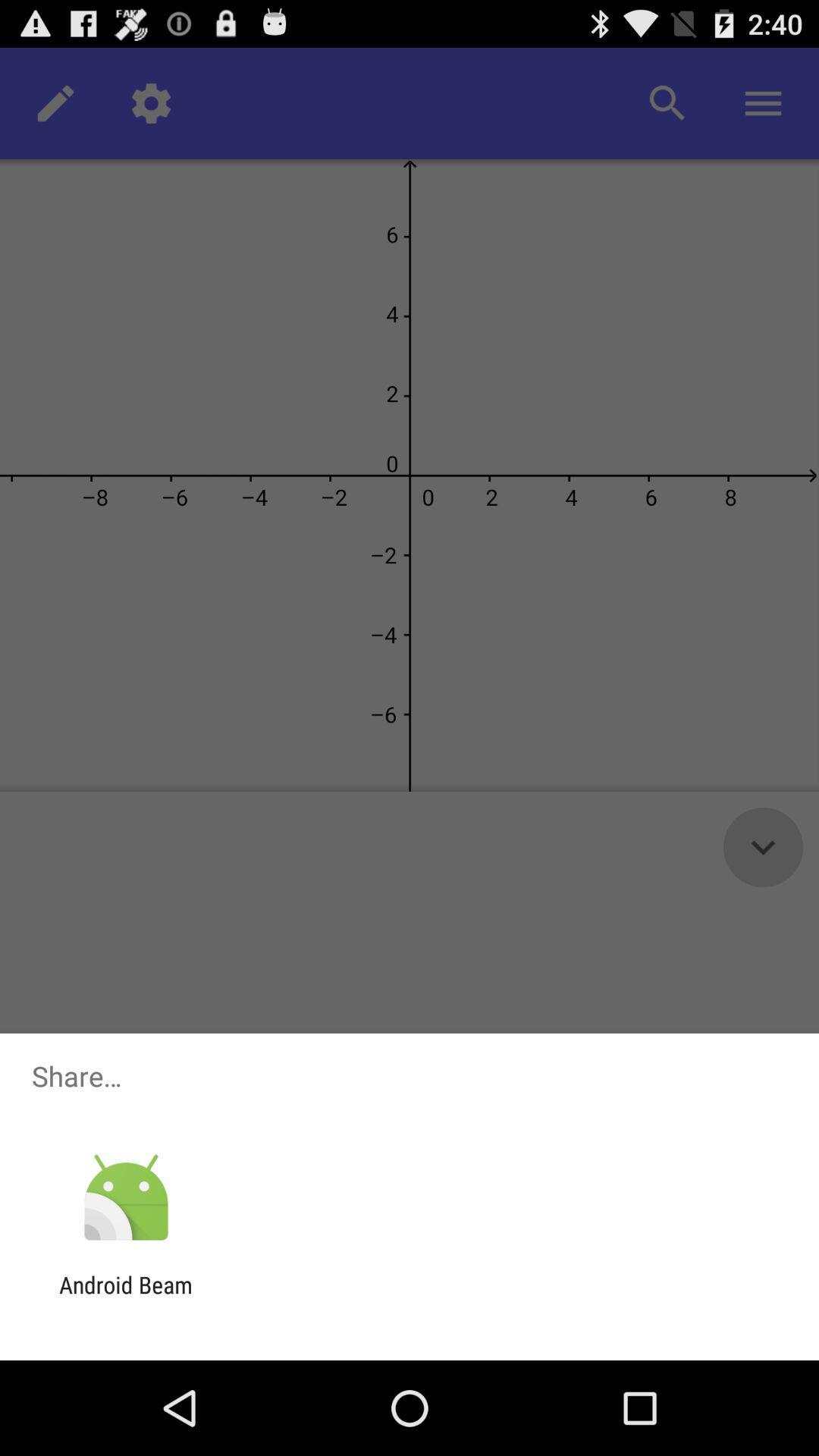 This screenshot has width=819, height=1456. What do you see at coordinates (125, 1298) in the screenshot?
I see `the android beam icon` at bounding box center [125, 1298].